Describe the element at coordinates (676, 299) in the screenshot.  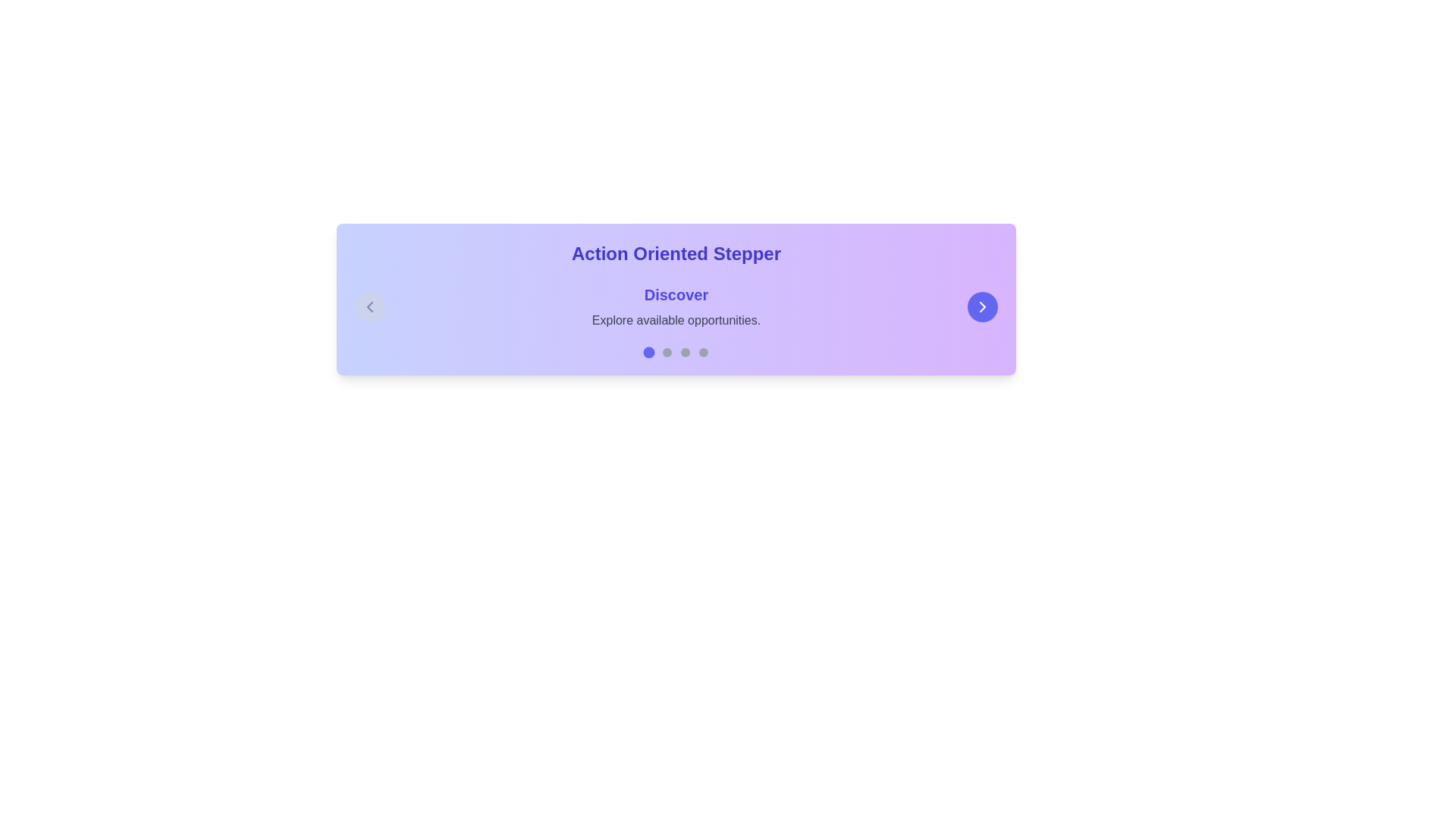
I see `the stepper or wizard component that guides users through multi-step processes, providing visual feedback and navigation between steps` at that location.